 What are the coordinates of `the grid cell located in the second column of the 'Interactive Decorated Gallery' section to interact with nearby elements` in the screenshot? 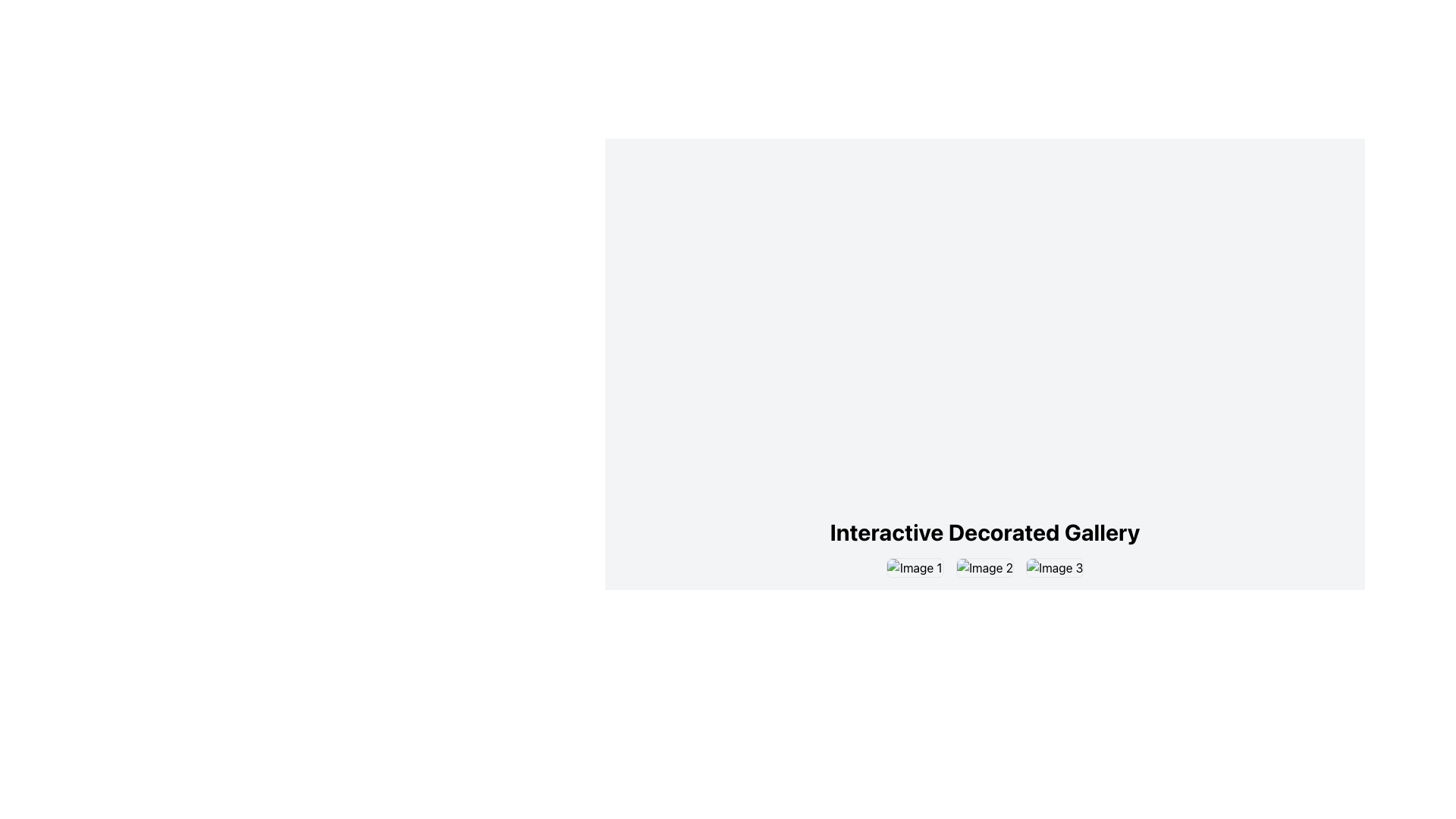 It's located at (984, 567).